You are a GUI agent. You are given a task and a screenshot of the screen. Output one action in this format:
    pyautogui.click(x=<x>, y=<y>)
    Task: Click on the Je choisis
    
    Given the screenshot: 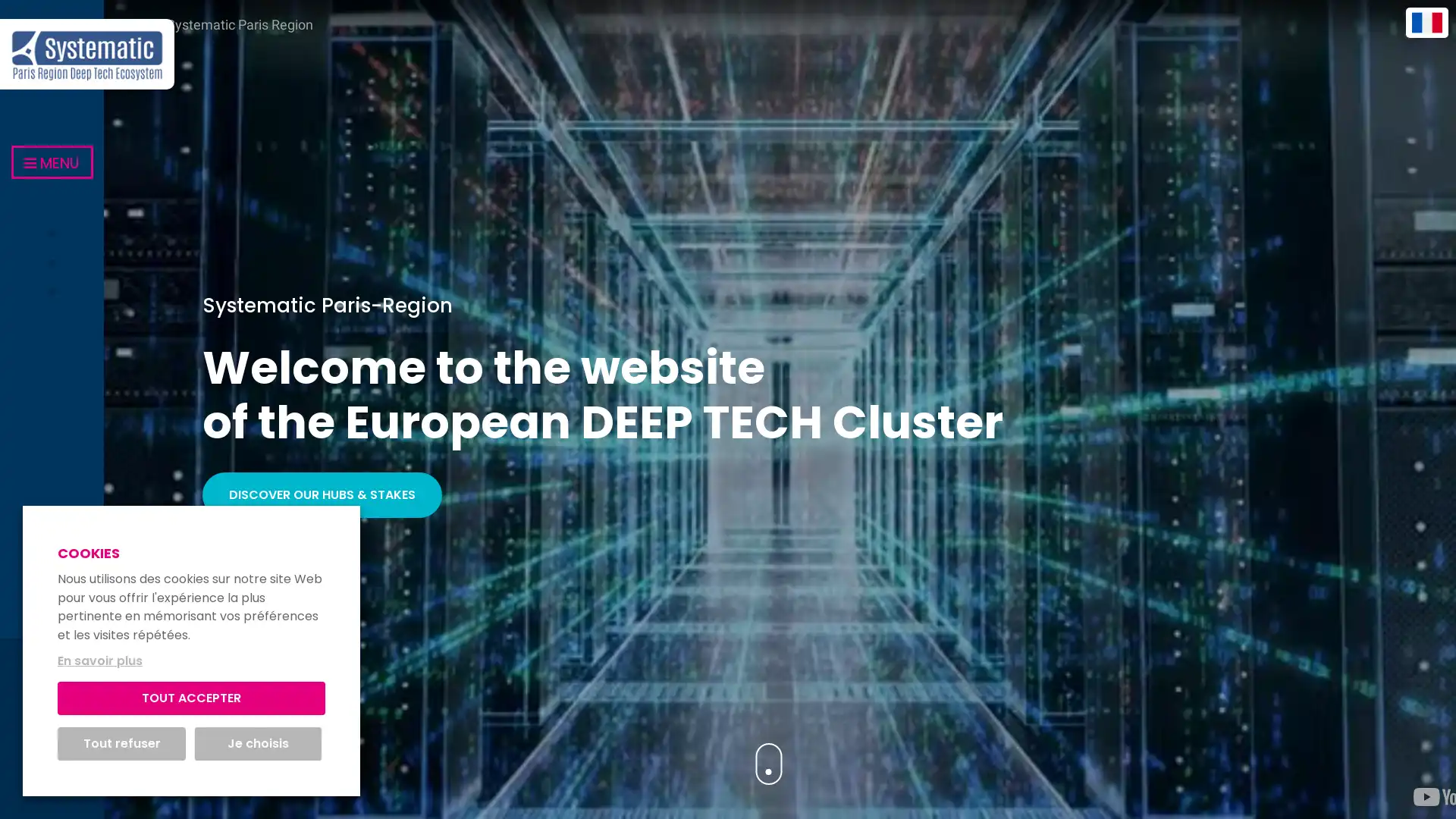 What is the action you would take?
    pyautogui.click(x=258, y=742)
    